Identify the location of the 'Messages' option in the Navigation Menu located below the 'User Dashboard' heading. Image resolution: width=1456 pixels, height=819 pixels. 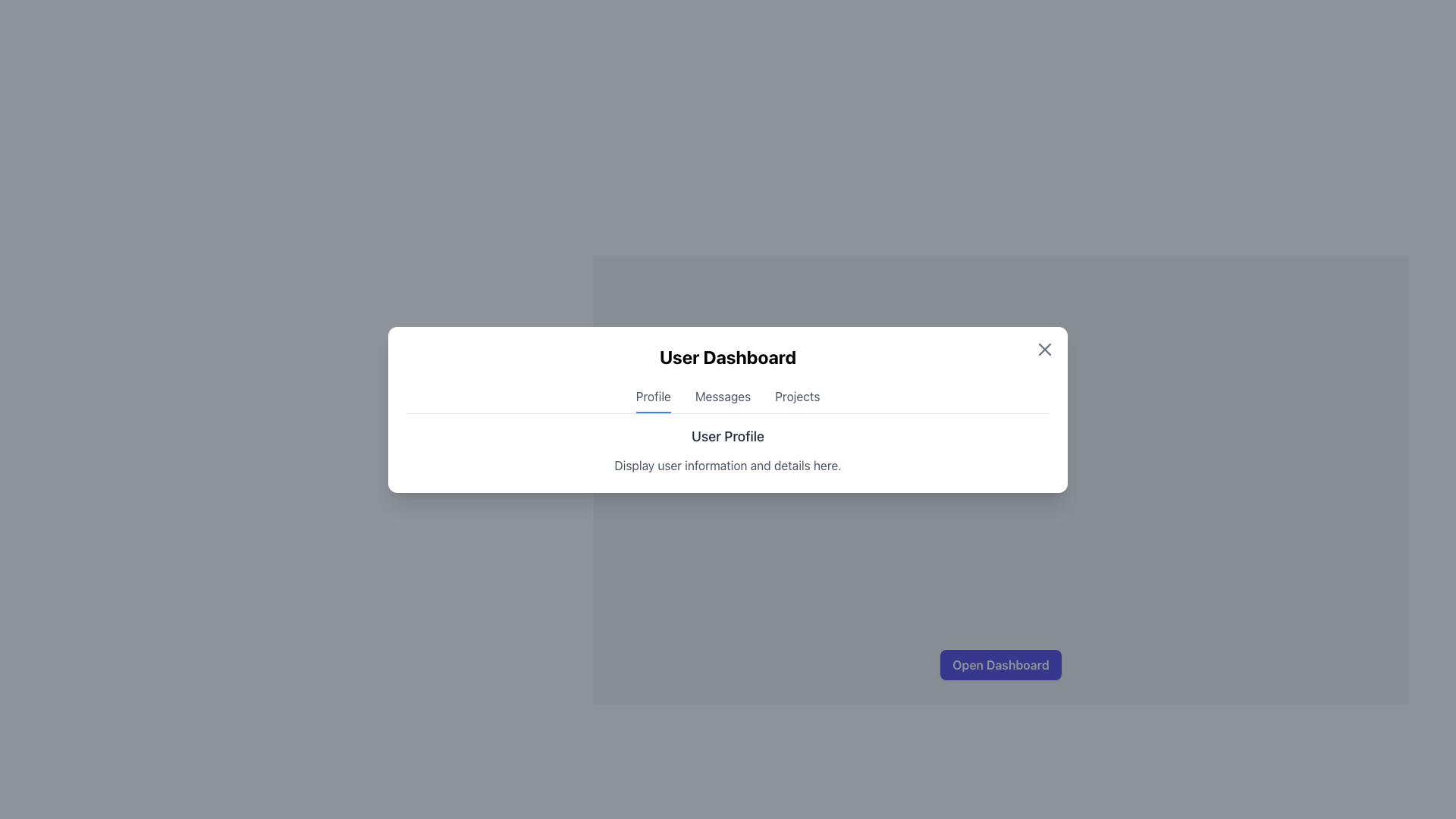
(728, 399).